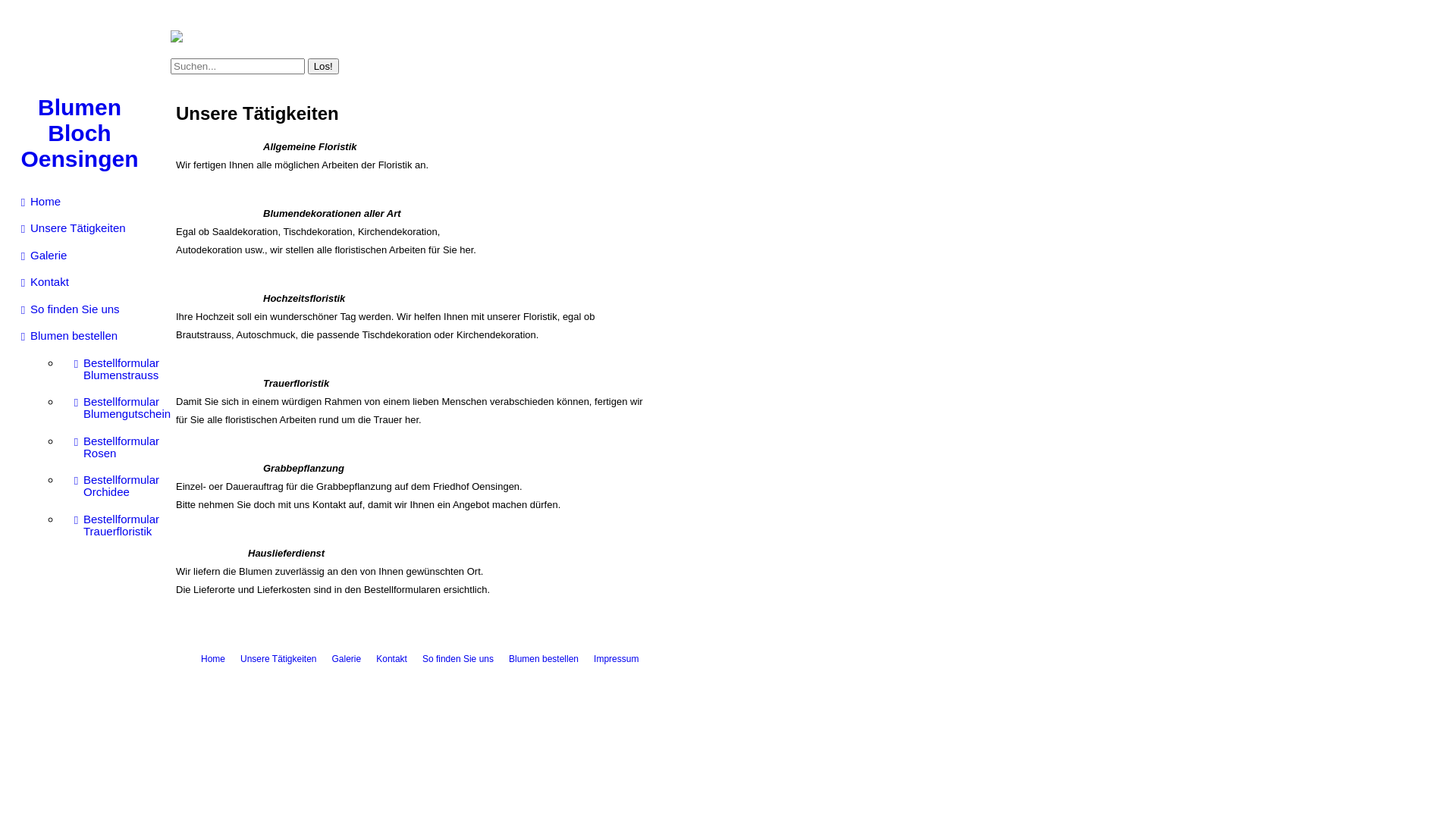 The image size is (1456, 819). Describe the element at coordinates (14, 281) in the screenshot. I see `'Kontakt'` at that location.